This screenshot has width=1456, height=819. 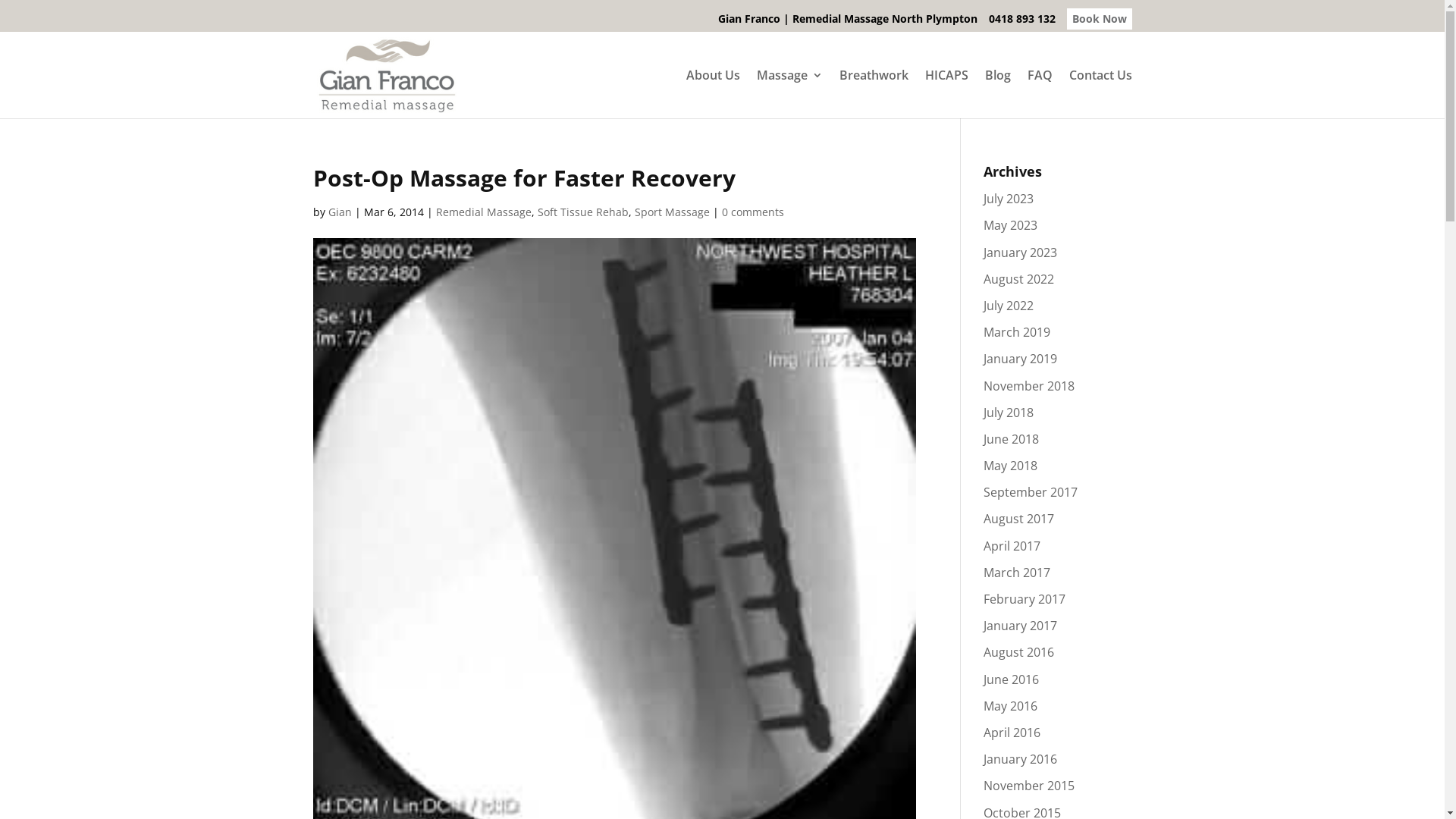 What do you see at coordinates (983, 546) in the screenshot?
I see `'April 2017'` at bounding box center [983, 546].